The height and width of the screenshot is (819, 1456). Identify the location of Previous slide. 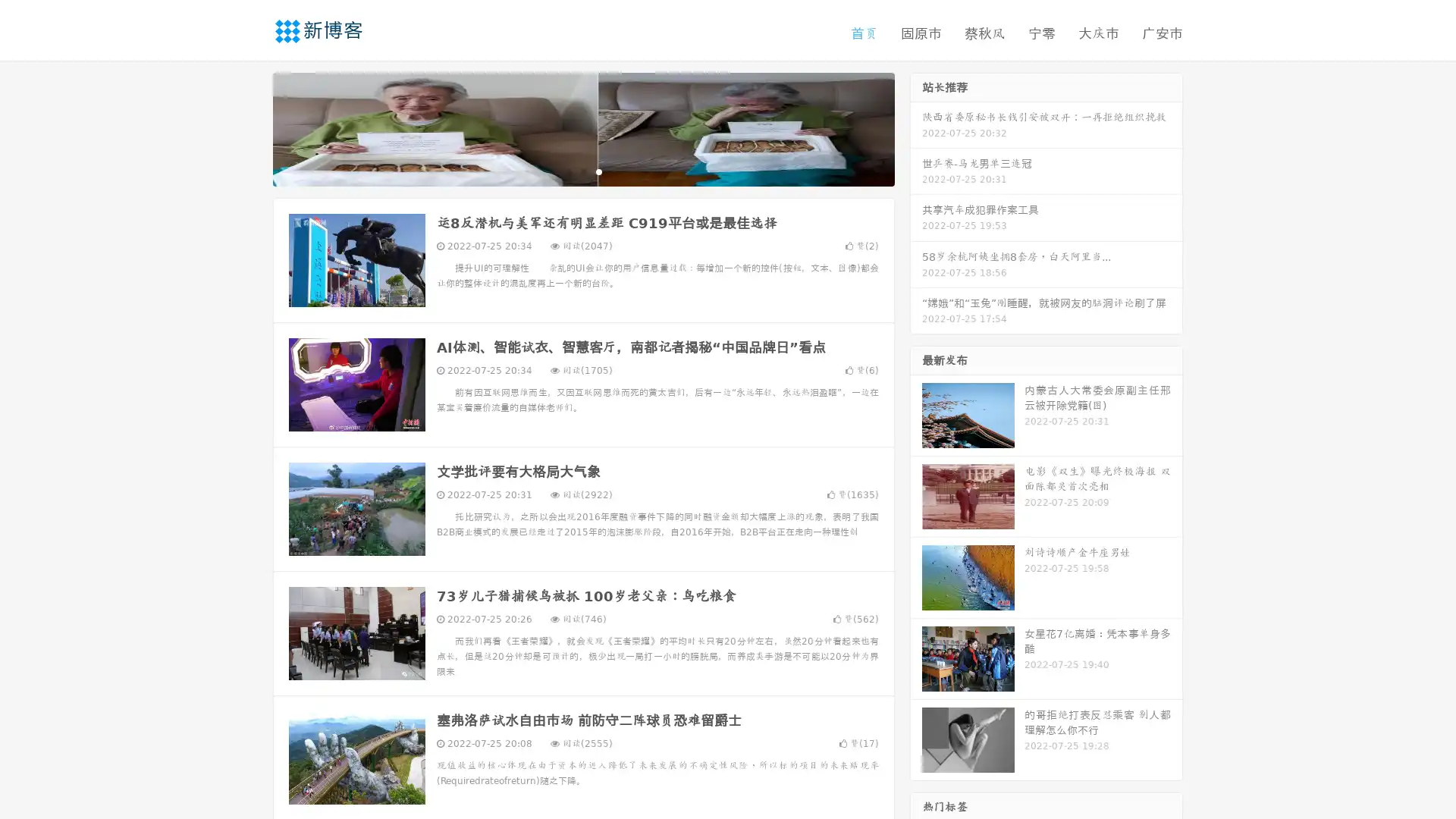
(250, 127).